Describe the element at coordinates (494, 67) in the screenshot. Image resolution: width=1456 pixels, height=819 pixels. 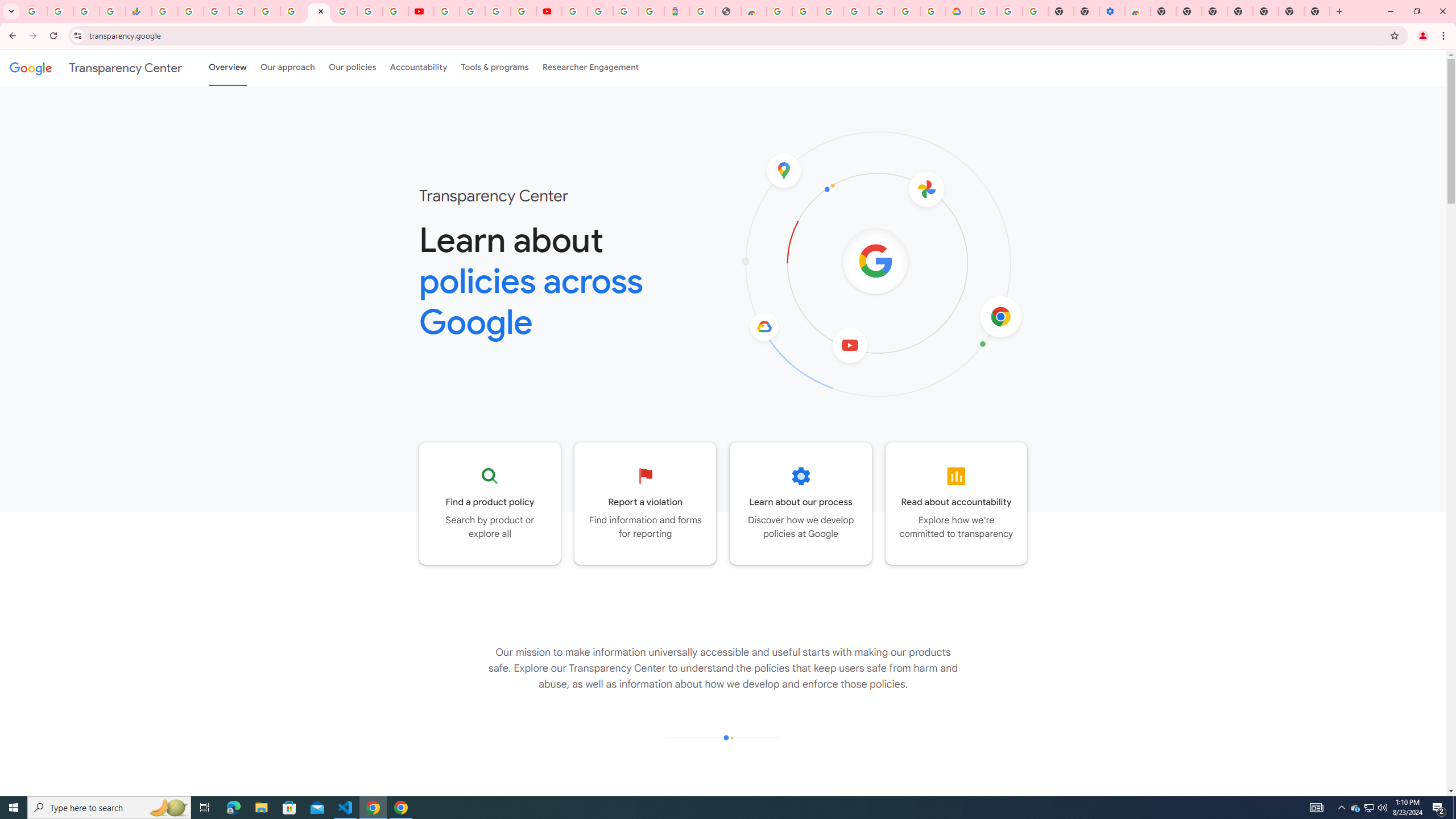
I see `'Tools & programs'` at that location.